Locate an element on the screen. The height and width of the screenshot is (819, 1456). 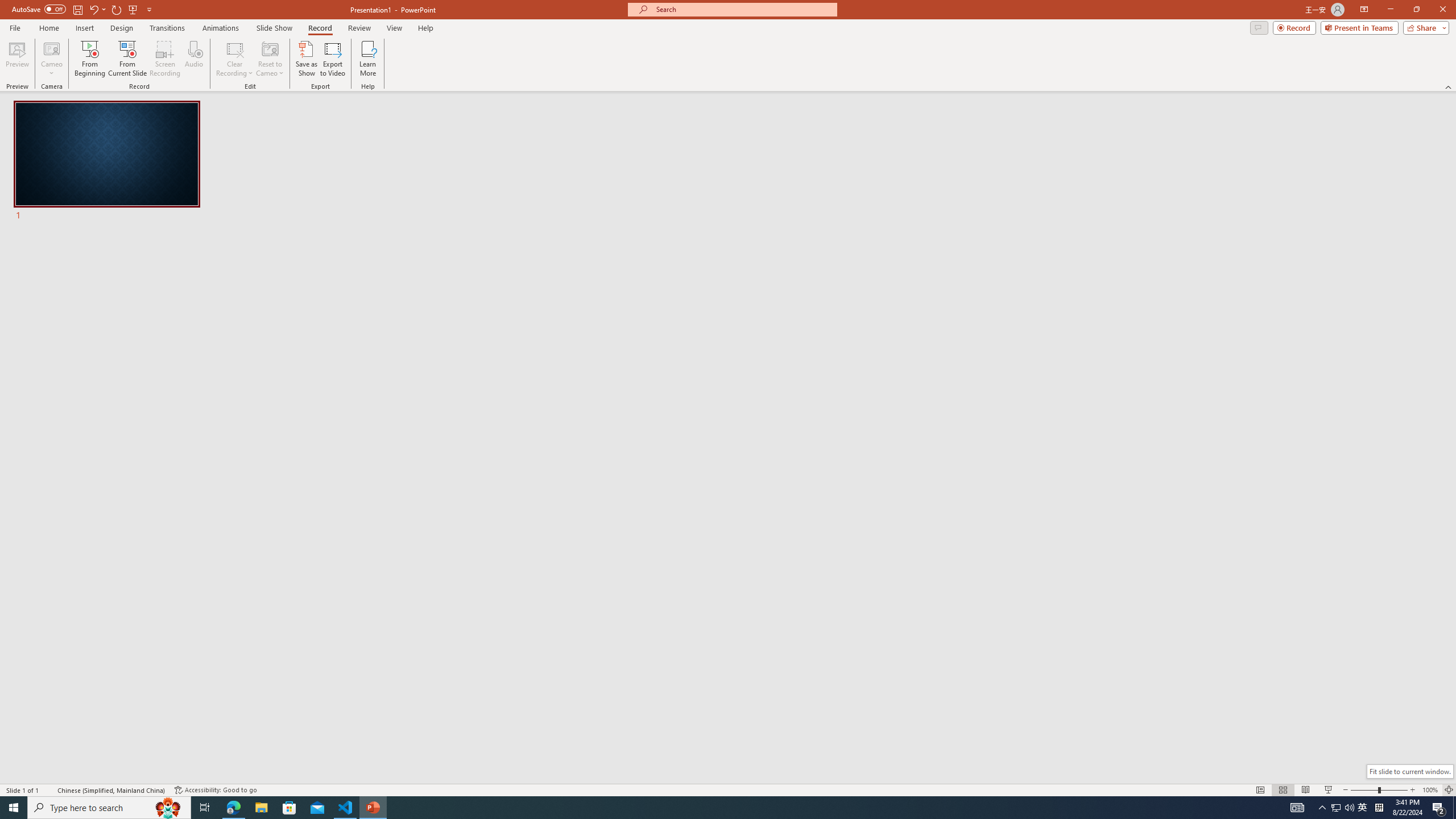
'Reset to Cameo' is located at coordinates (269, 59).